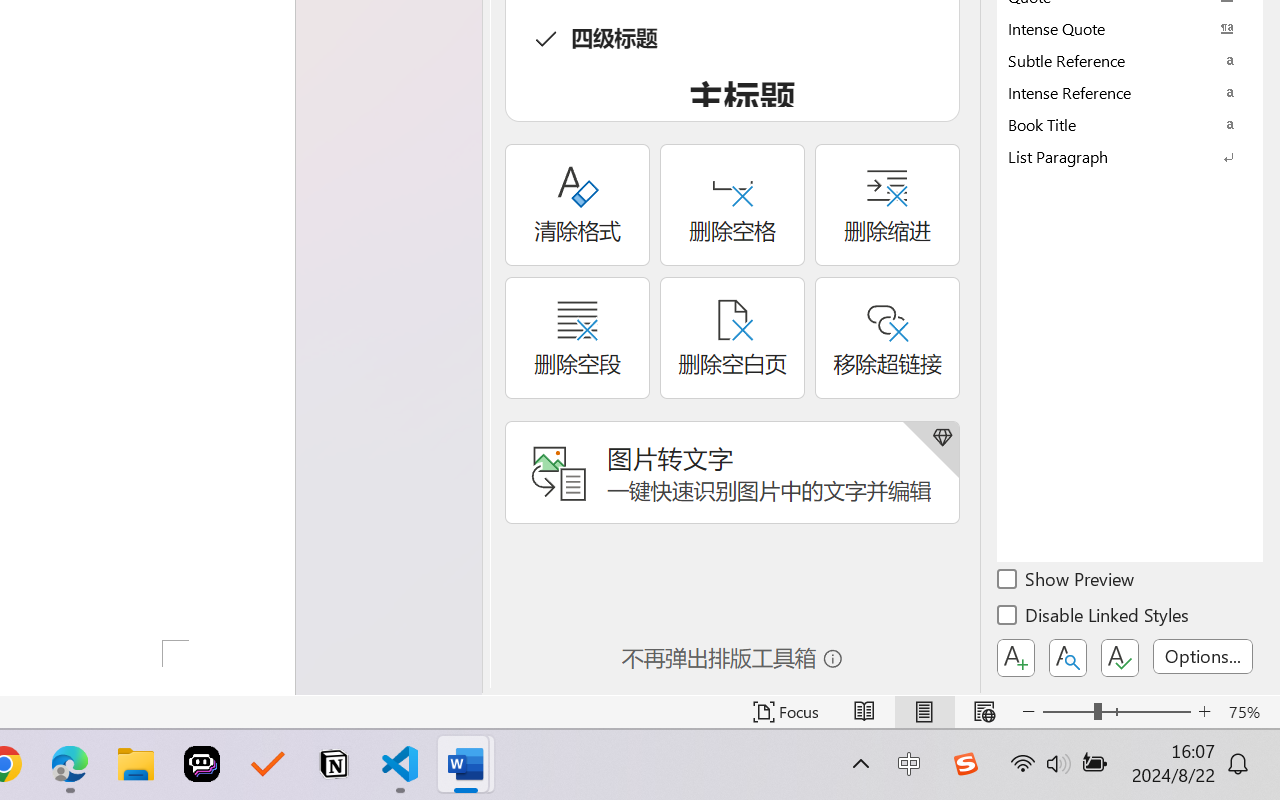  What do you see at coordinates (923, 711) in the screenshot?
I see `'Print Layout'` at bounding box center [923, 711].